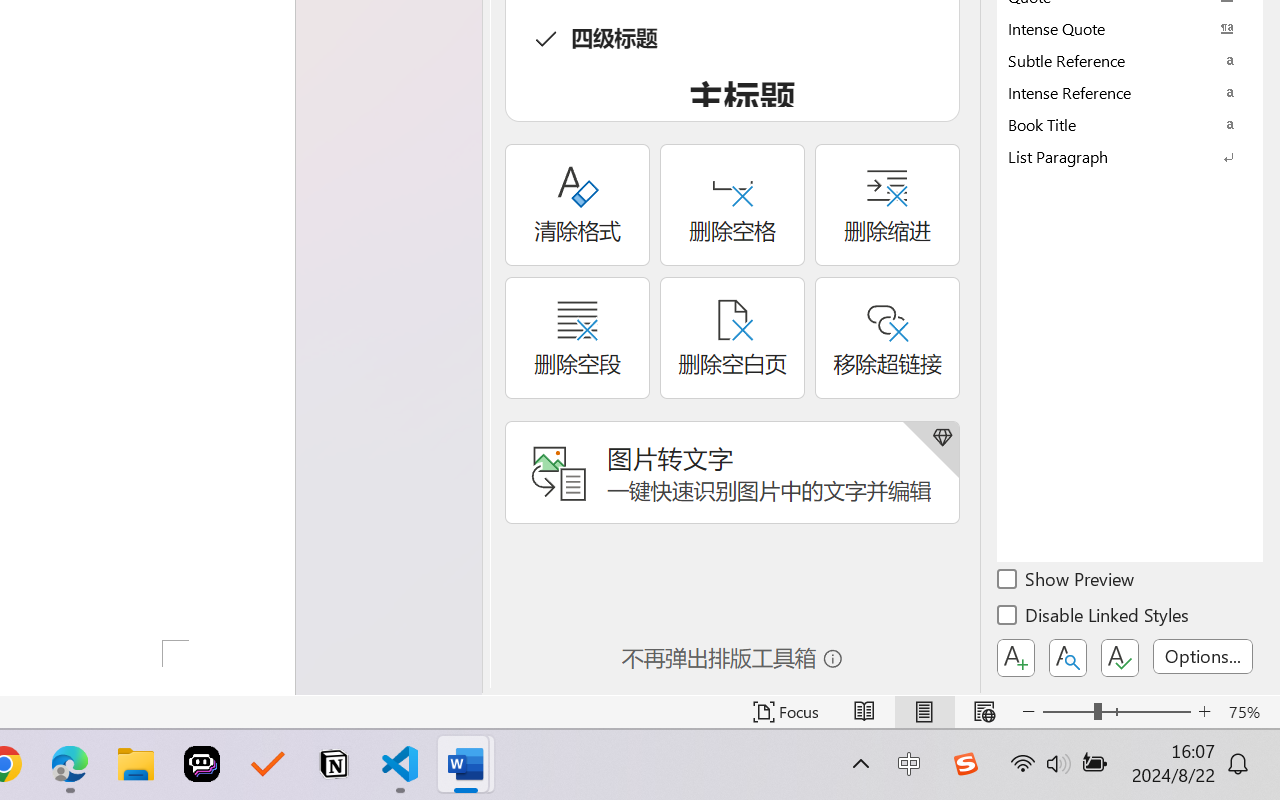  What do you see at coordinates (923, 711) in the screenshot?
I see `'Print Layout'` at bounding box center [923, 711].